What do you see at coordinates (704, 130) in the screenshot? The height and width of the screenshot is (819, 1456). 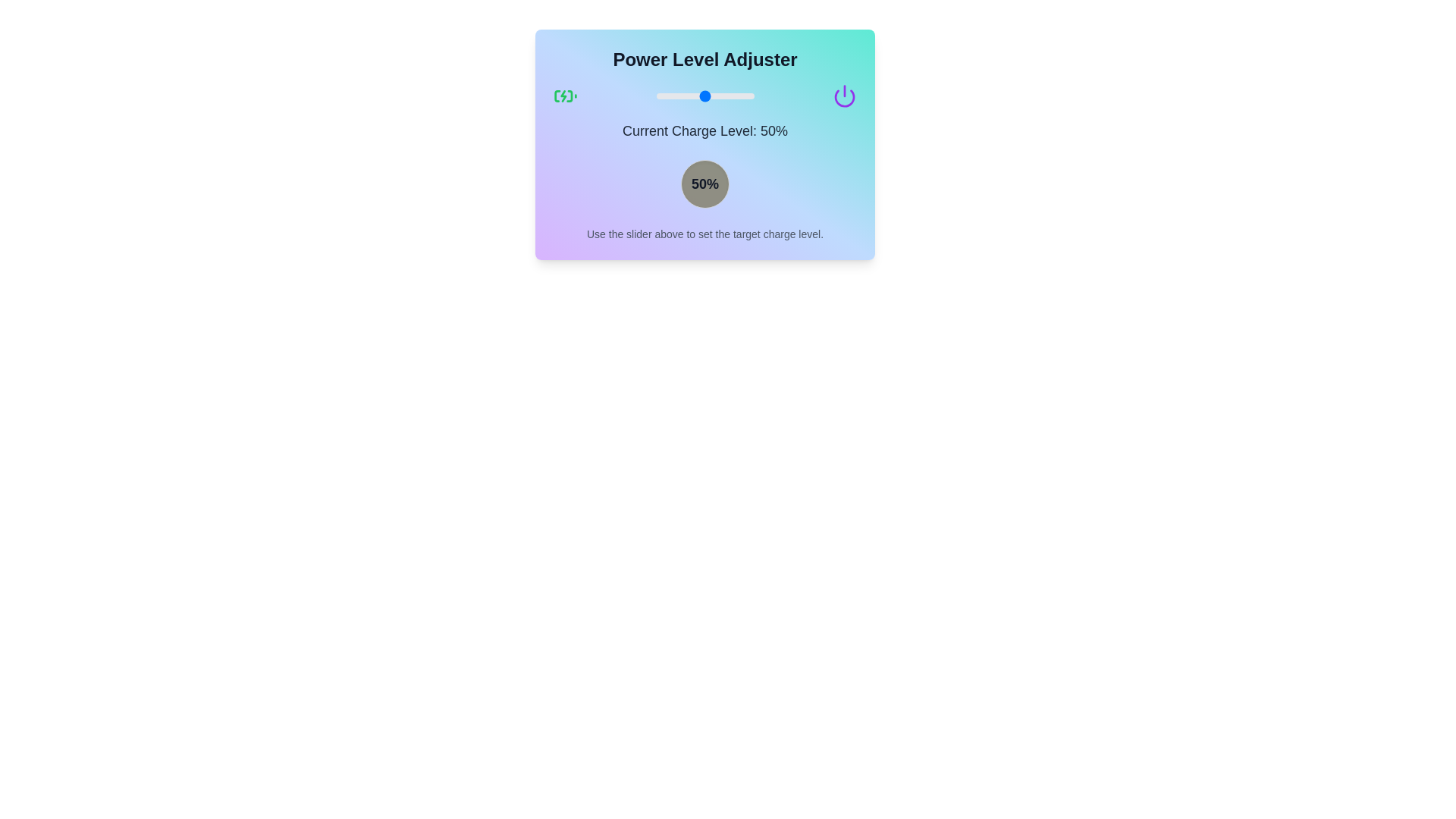 I see `text label that displays 'Current Charge Level: 50%' which is in bold black font and is located under the blue slider and above the round button` at bounding box center [704, 130].